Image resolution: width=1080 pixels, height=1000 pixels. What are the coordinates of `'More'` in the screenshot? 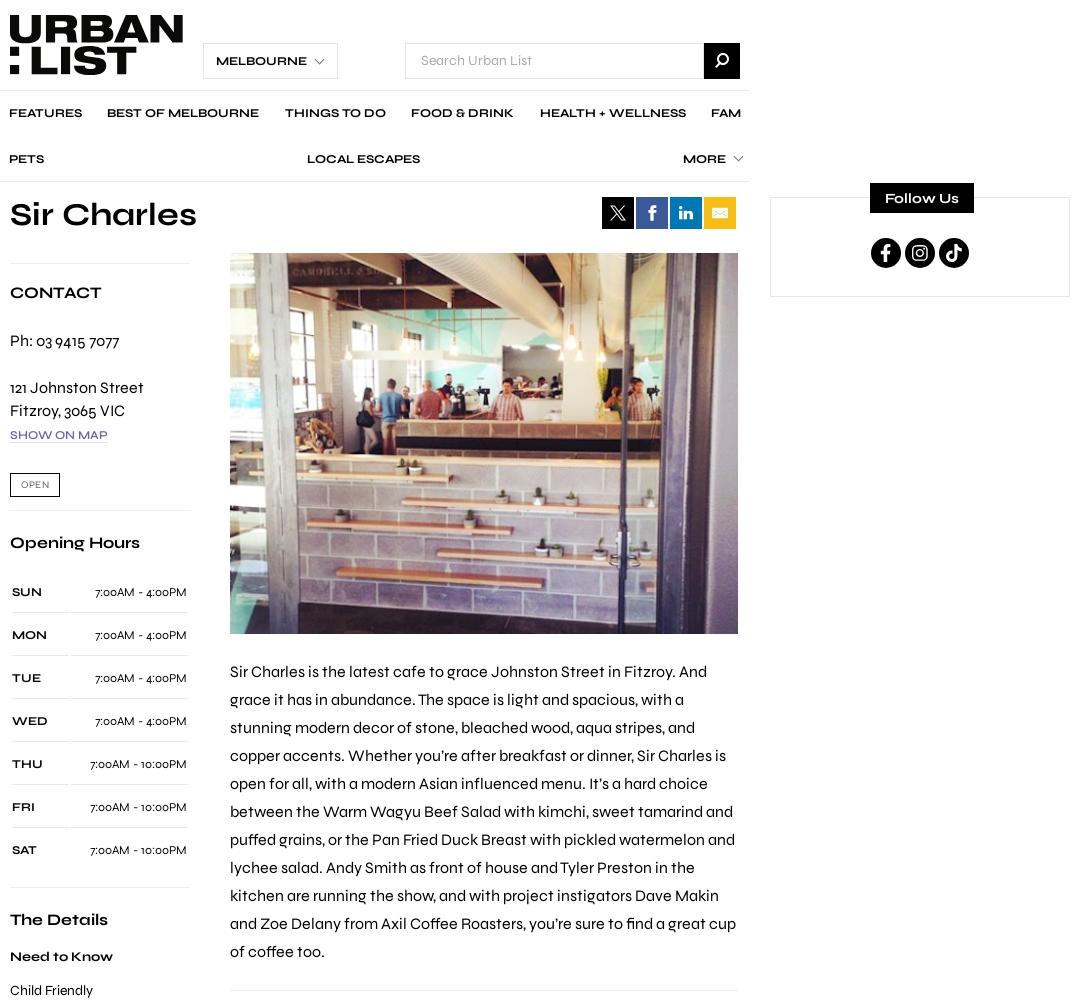 It's located at (703, 159).